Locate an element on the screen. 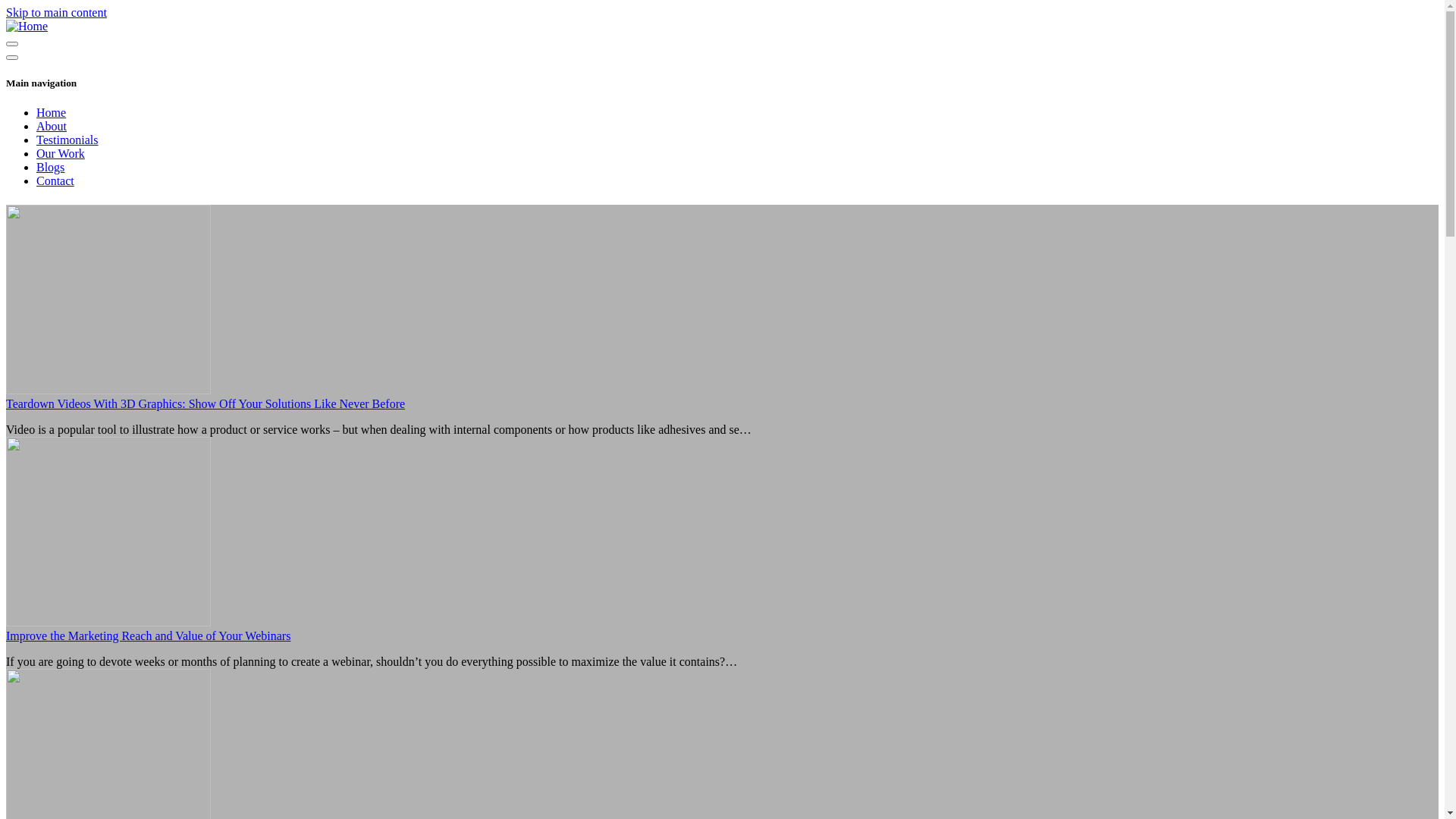  'Testimonials' is located at coordinates (36, 140).